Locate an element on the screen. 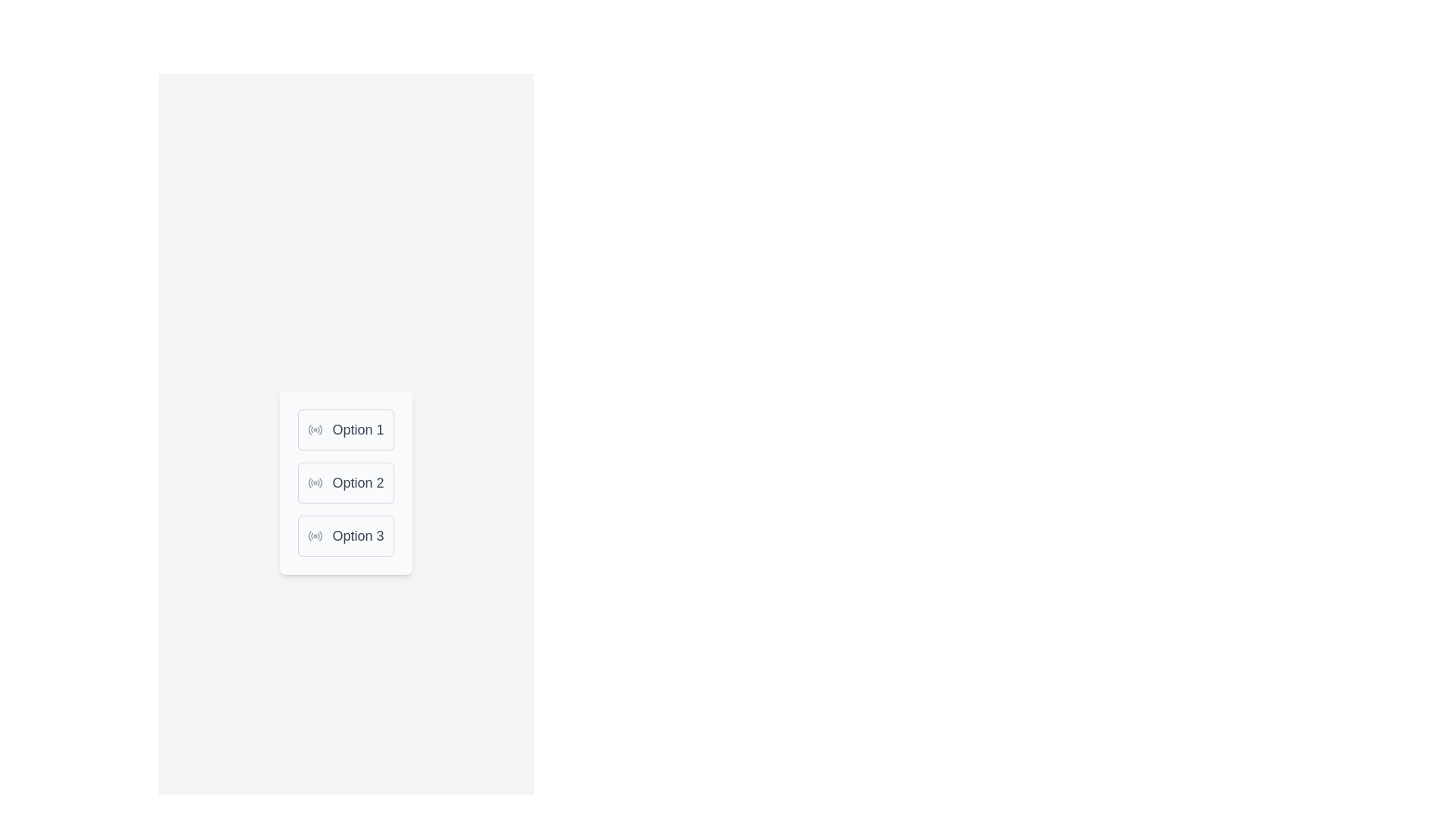  the unselected radio button icon located to the left of 'Option 2' is located at coordinates (315, 482).